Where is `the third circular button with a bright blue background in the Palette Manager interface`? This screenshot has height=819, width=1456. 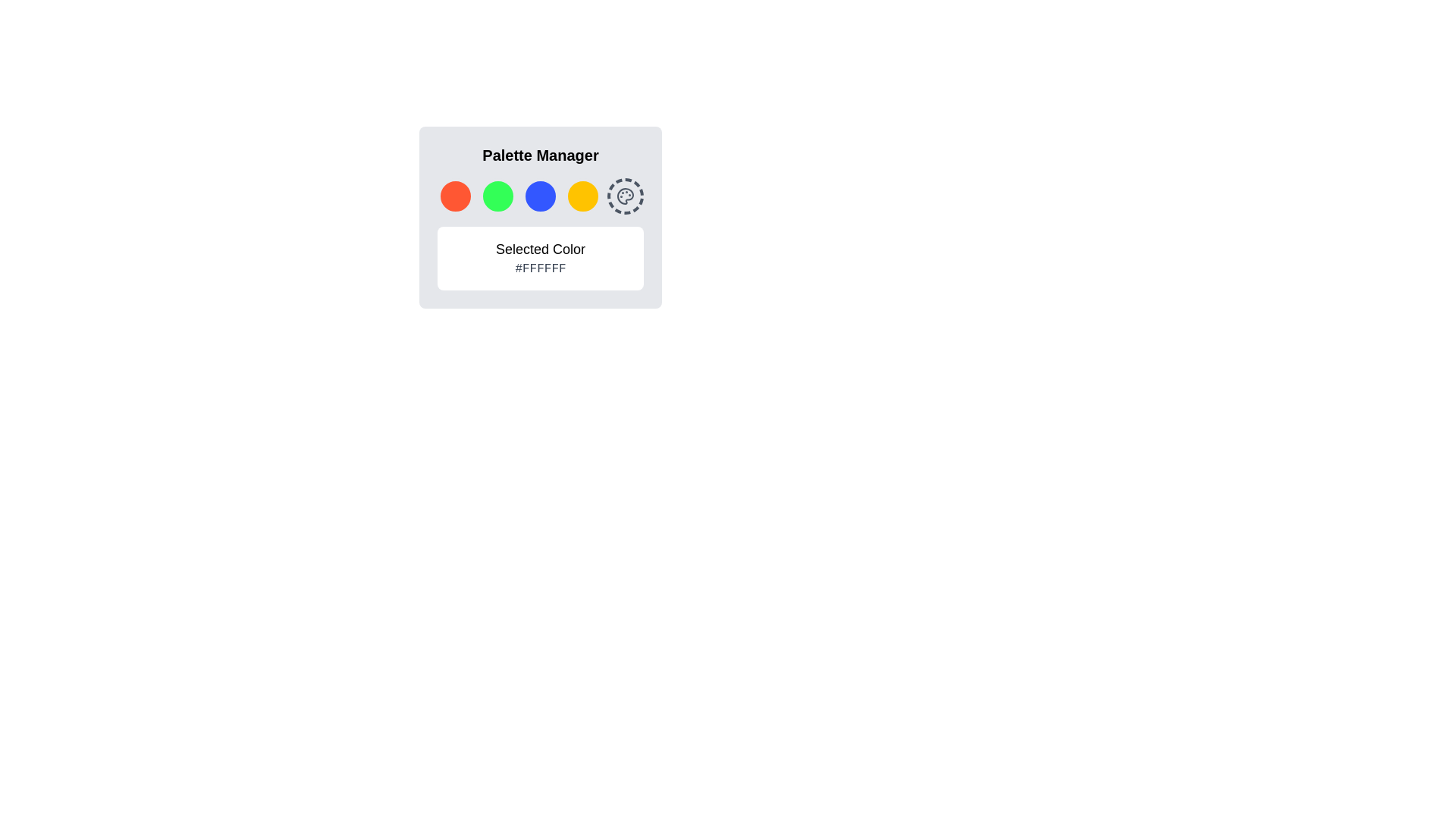
the third circular button with a bright blue background in the Palette Manager interface is located at coordinates (541, 195).